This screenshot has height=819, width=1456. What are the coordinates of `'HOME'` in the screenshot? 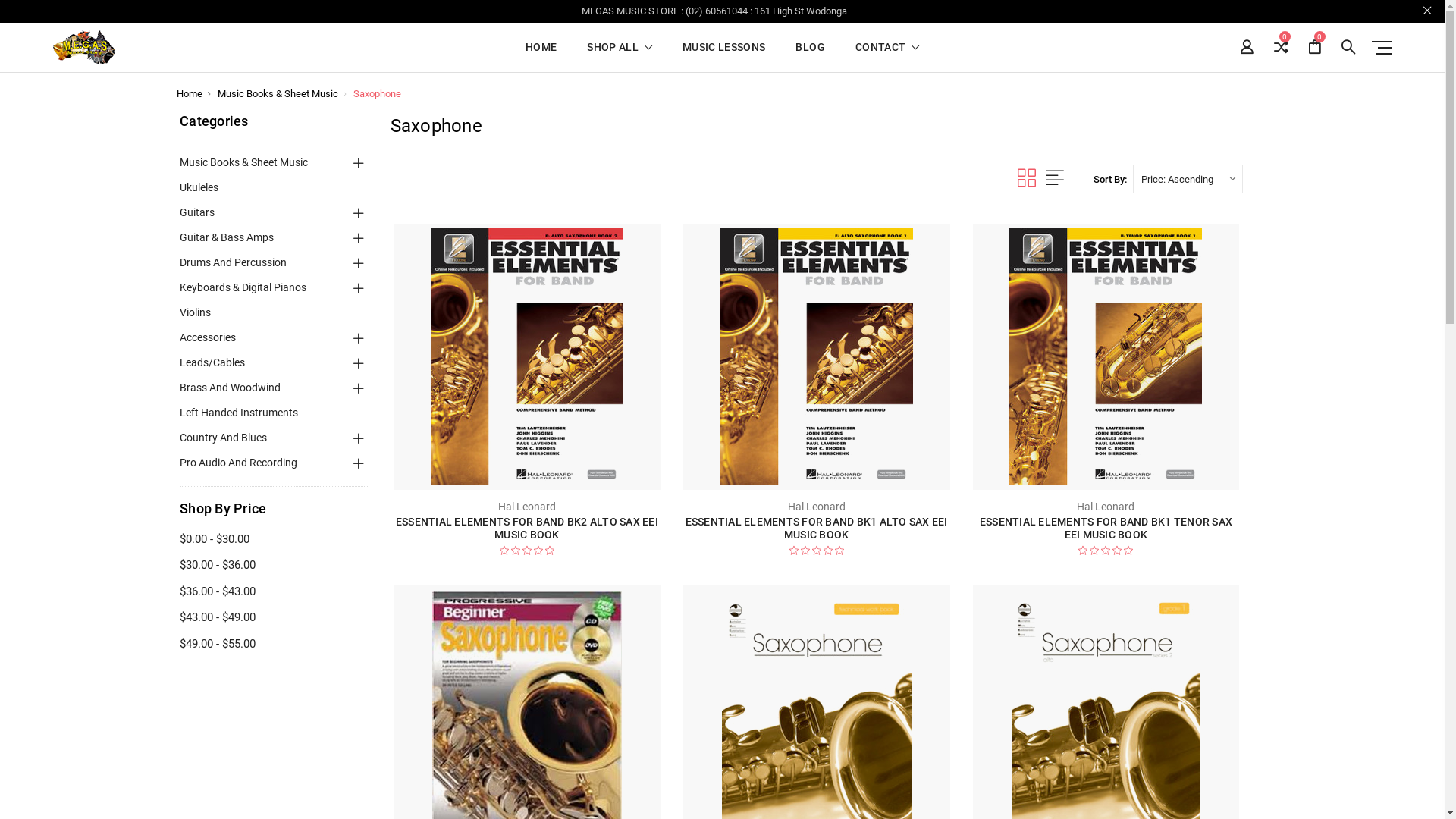 It's located at (541, 55).